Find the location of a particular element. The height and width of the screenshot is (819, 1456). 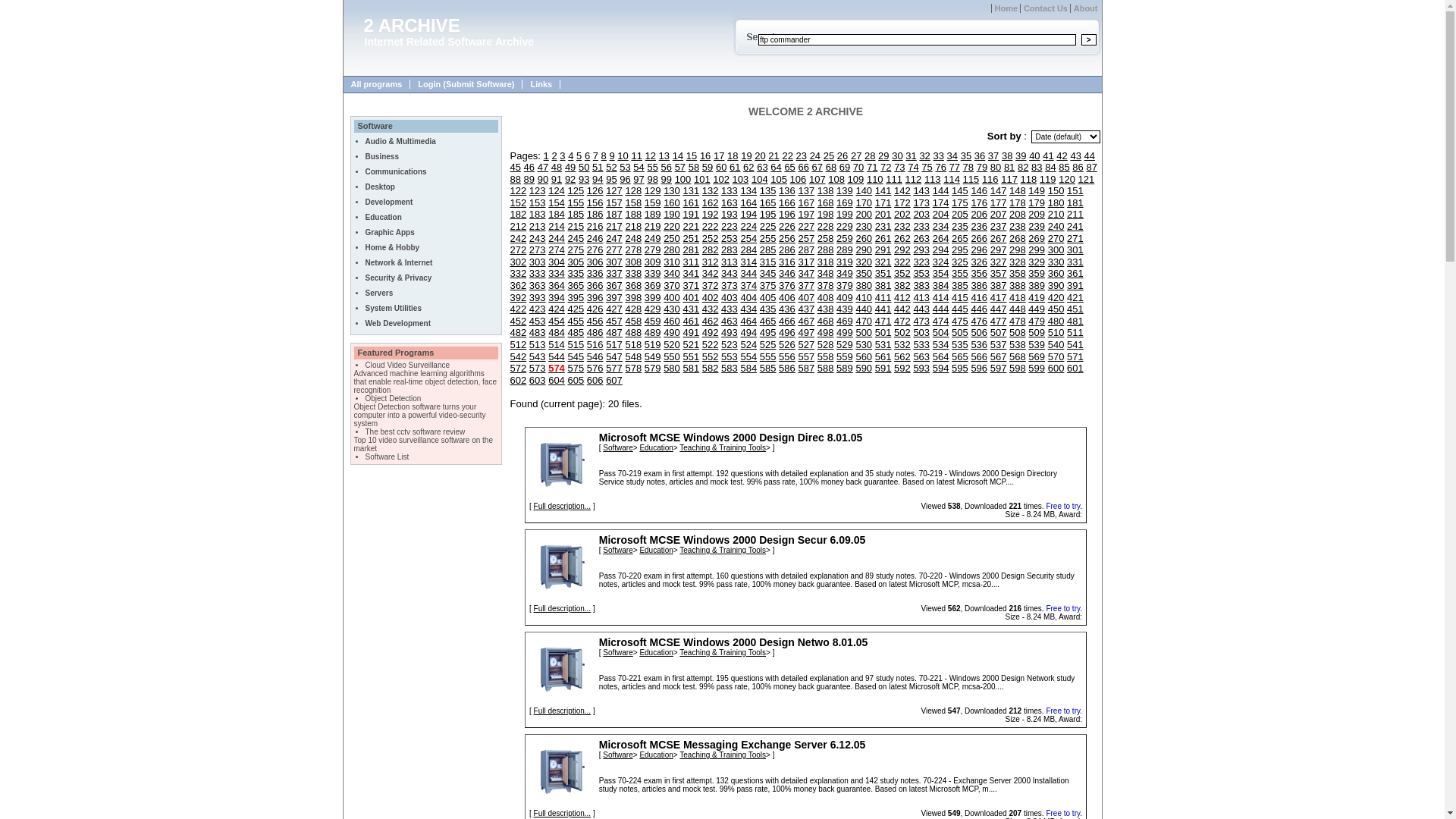

'557' is located at coordinates (796, 356).